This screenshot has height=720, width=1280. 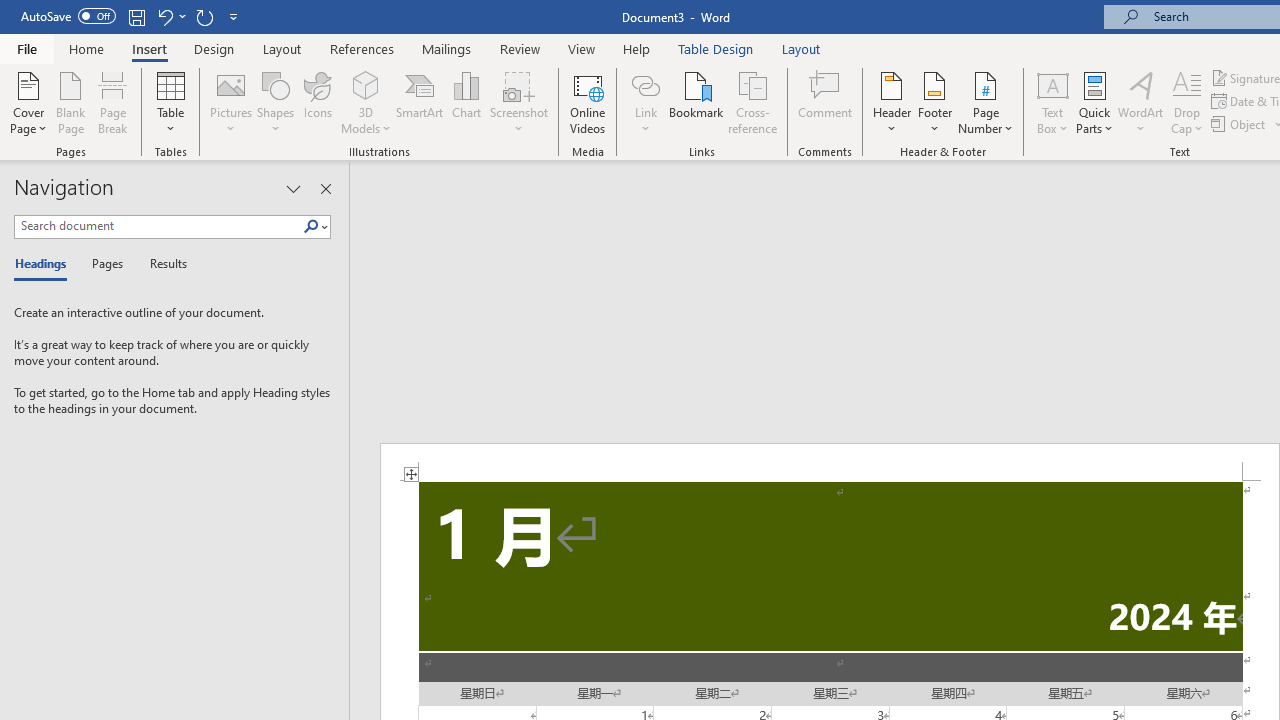 What do you see at coordinates (1141, 103) in the screenshot?
I see `'WordArt'` at bounding box center [1141, 103].